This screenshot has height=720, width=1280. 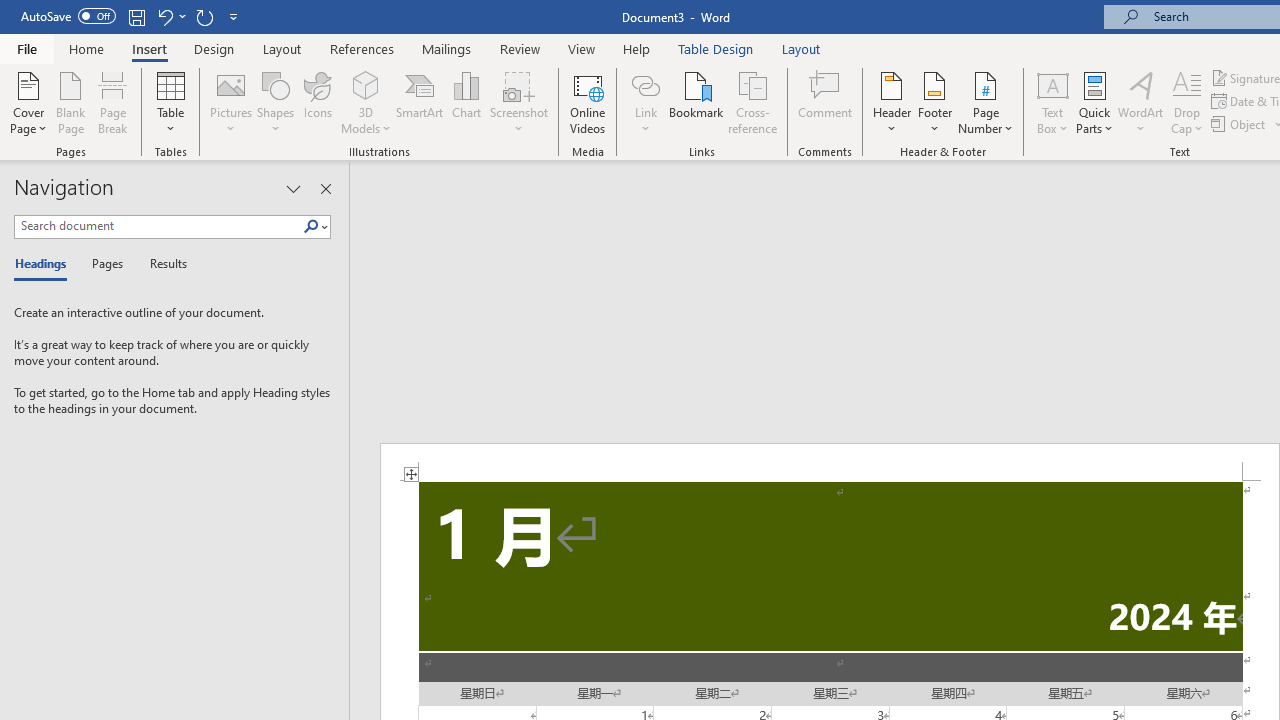 What do you see at coordinates (1141, 103) in the screenshot?
I see `'WordArt'` at bounding box center [1141, 103].